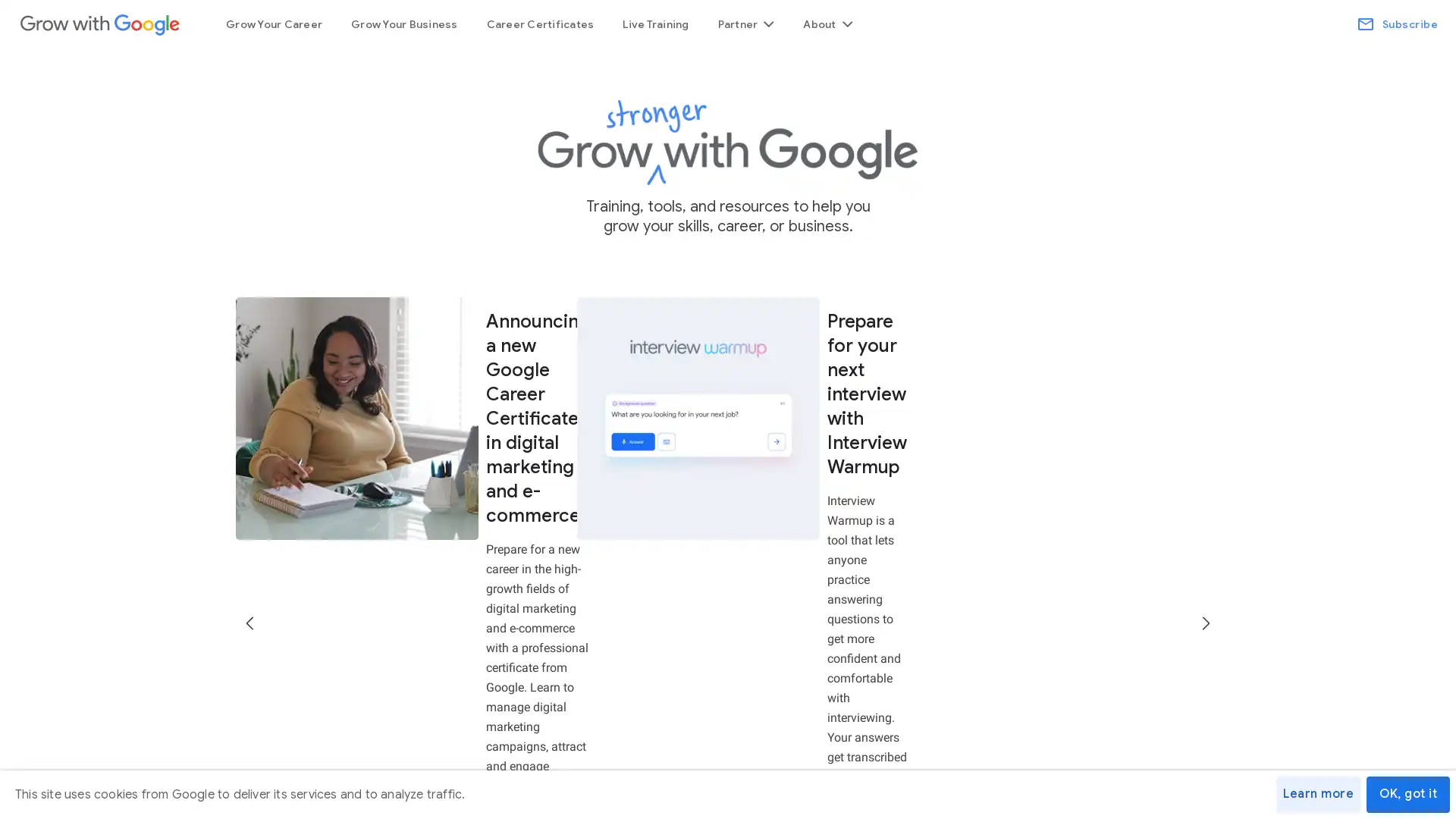 This screenshot has width=1456, height=819. What do you see at coordinates (1407, 794) in the screenshot?
I see `OK, got it` at bounding box center [1407, 794].